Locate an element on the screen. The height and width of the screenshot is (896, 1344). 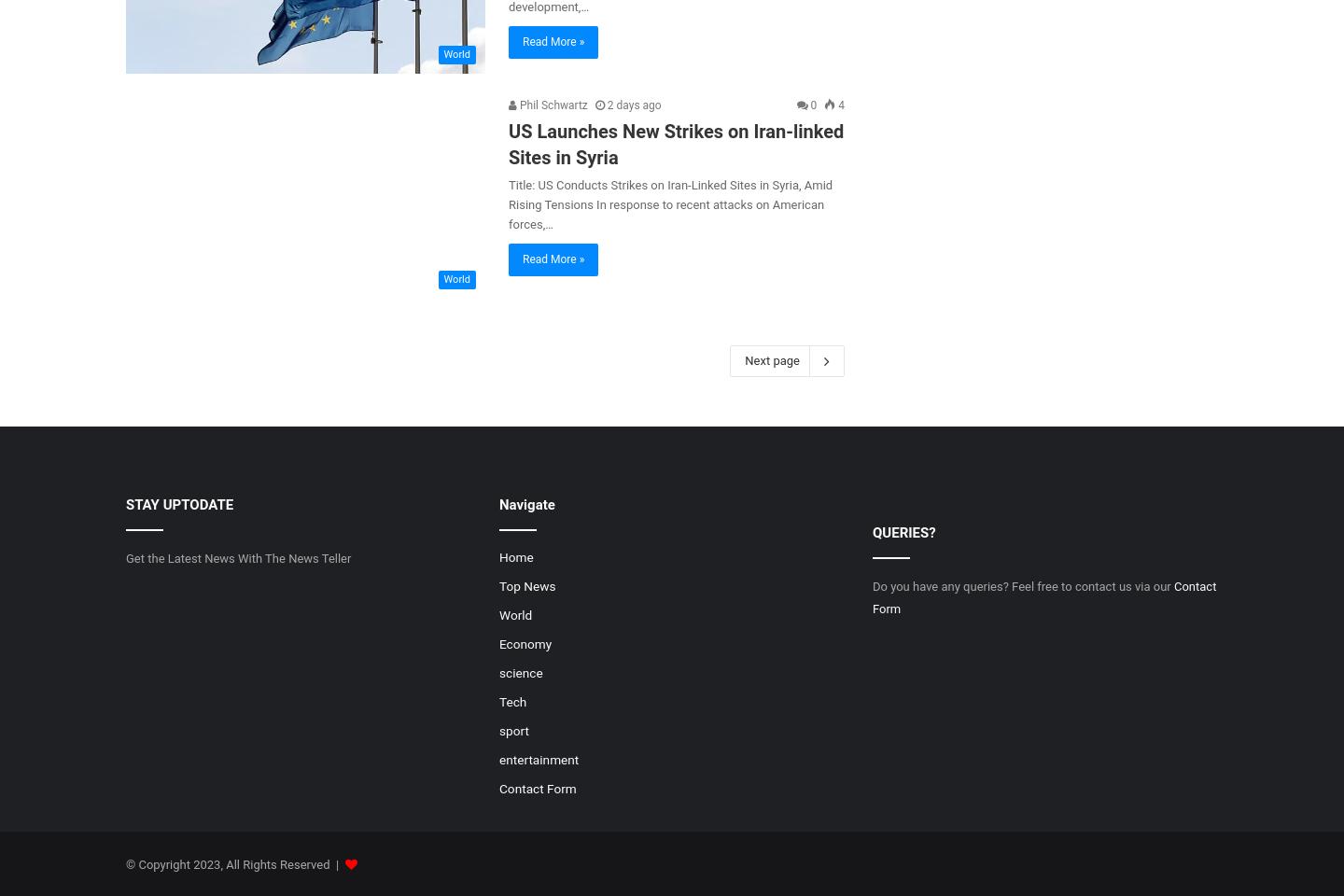
'© Copyright 2023, All Rights Reserved  |' is located at coordinates (125, 863).